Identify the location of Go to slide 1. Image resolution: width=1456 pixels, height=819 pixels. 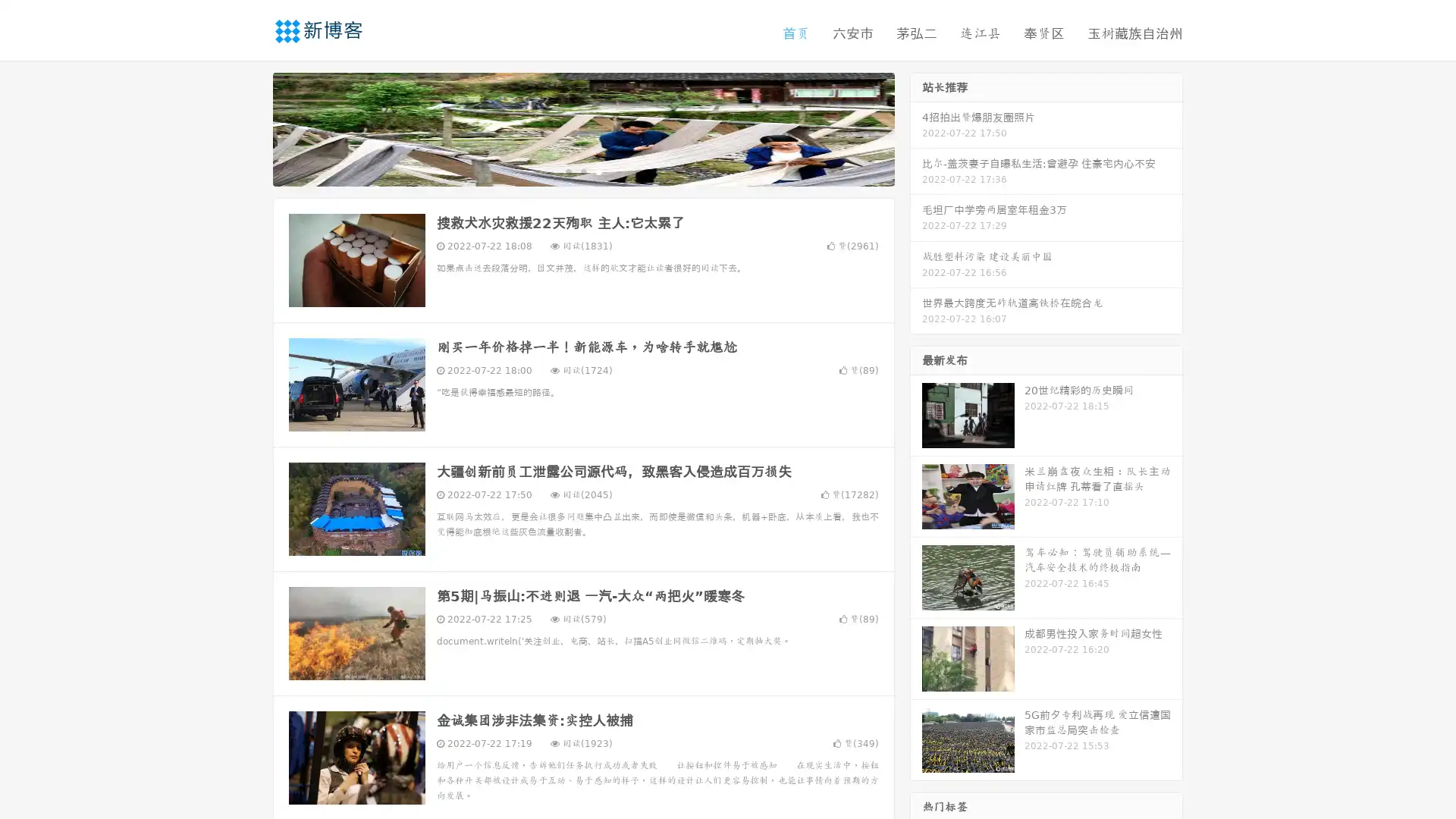
(567, 171).